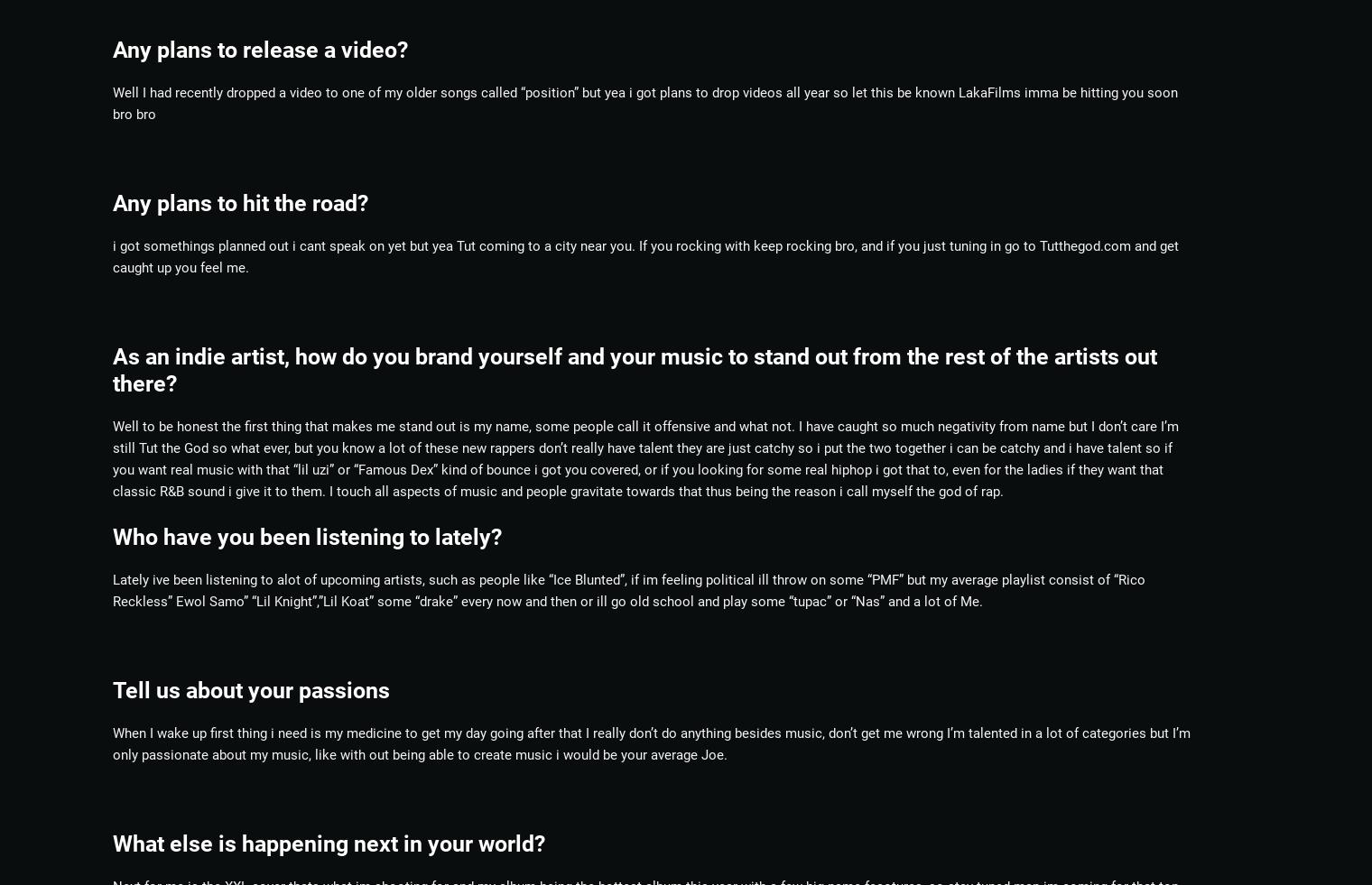 This screenshot has height=885, width=1372. What do you see at coordinates (112, 843) in the screenshot?
I see `'What else is happening next in your world?'` at bounding box center [112, 843].